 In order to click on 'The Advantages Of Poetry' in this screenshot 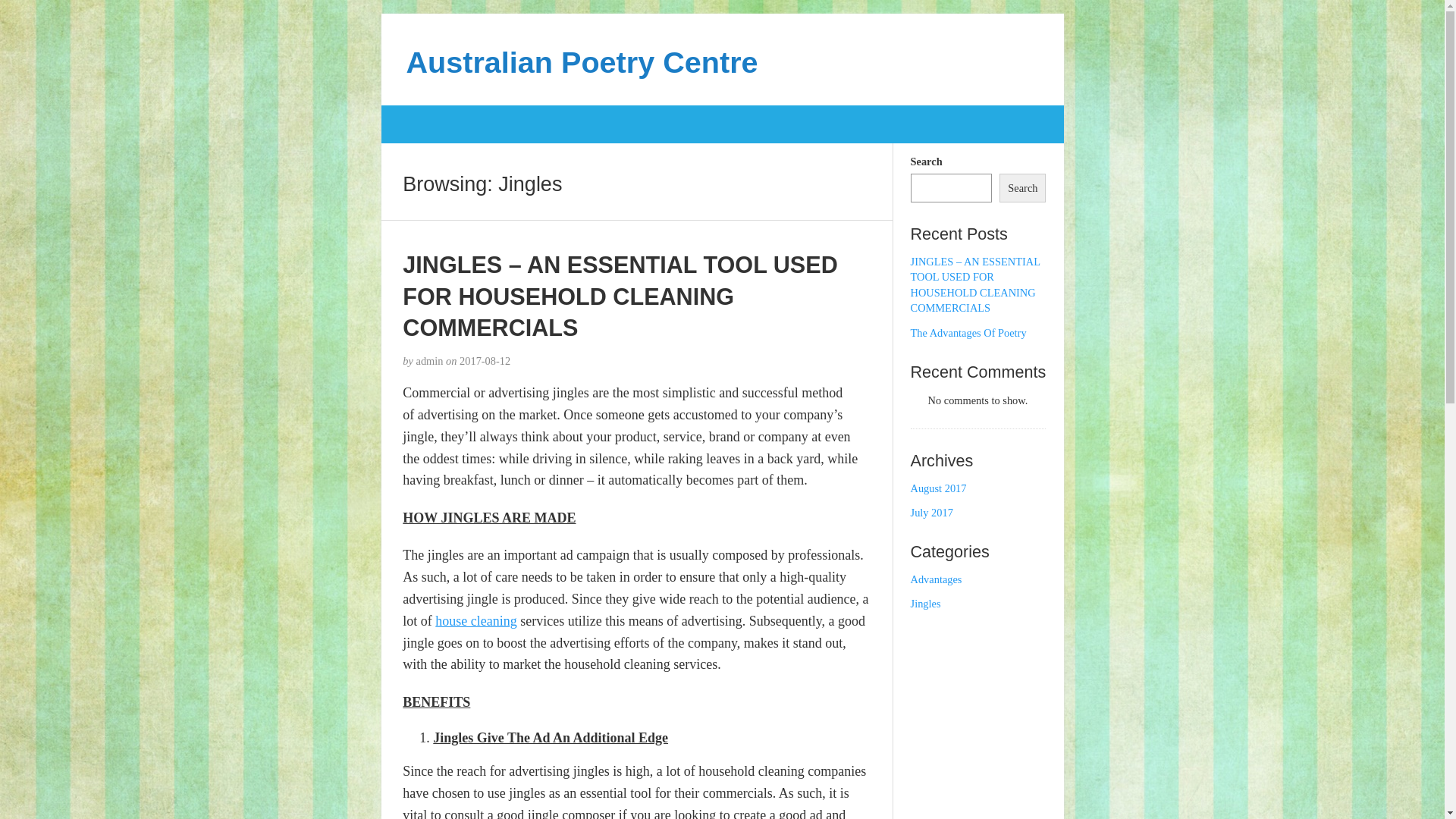, I will do `click(910, 332)`.